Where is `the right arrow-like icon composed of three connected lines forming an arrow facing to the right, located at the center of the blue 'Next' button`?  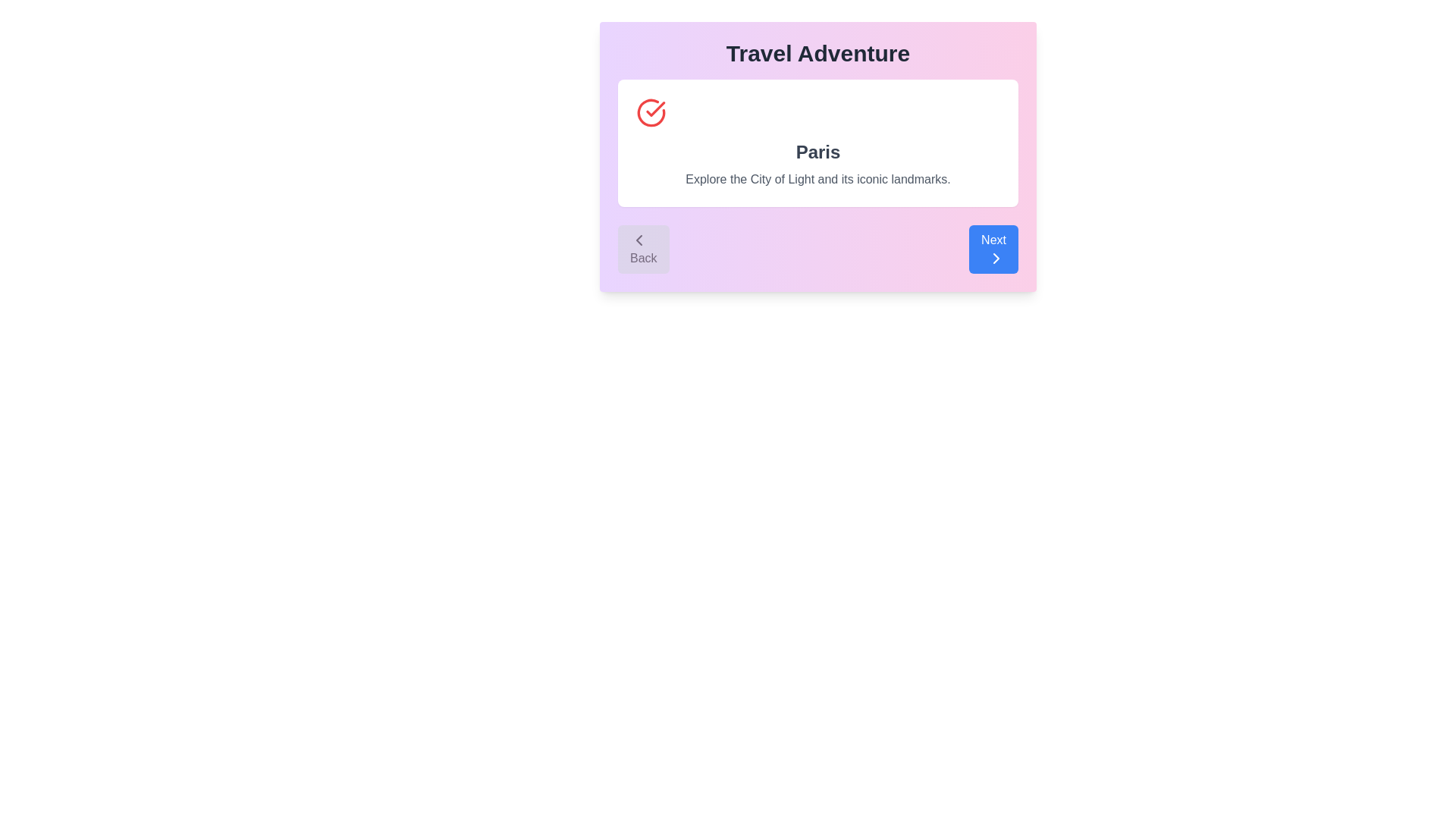 the right arrow-like icon composed of three connected lines forming an arrow facing to the right, located at the center of the blue 'Next' button is located at coordinates (996, 257).